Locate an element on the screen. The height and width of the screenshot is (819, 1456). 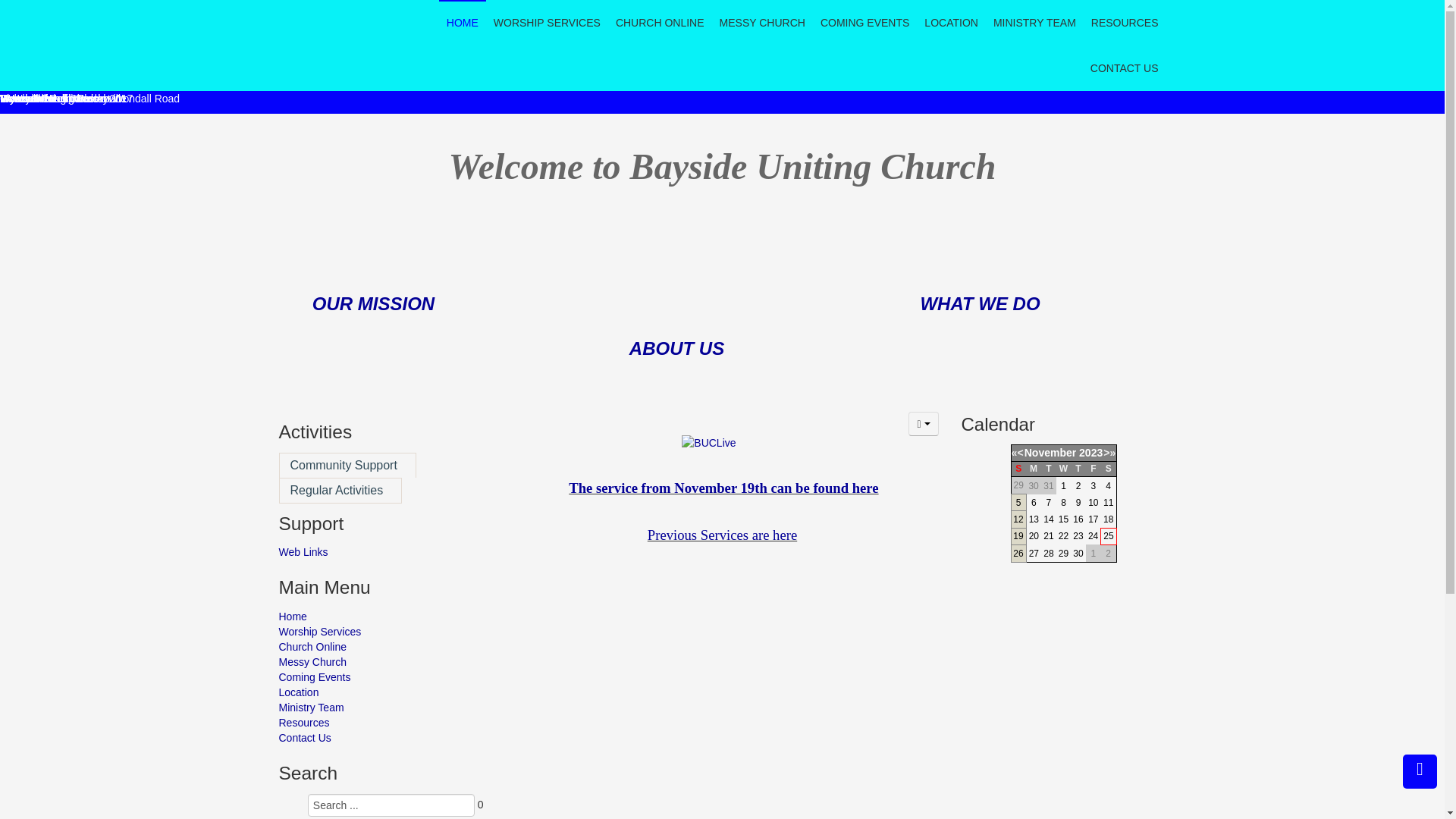
'17' is located at coordinates (1093, 519).